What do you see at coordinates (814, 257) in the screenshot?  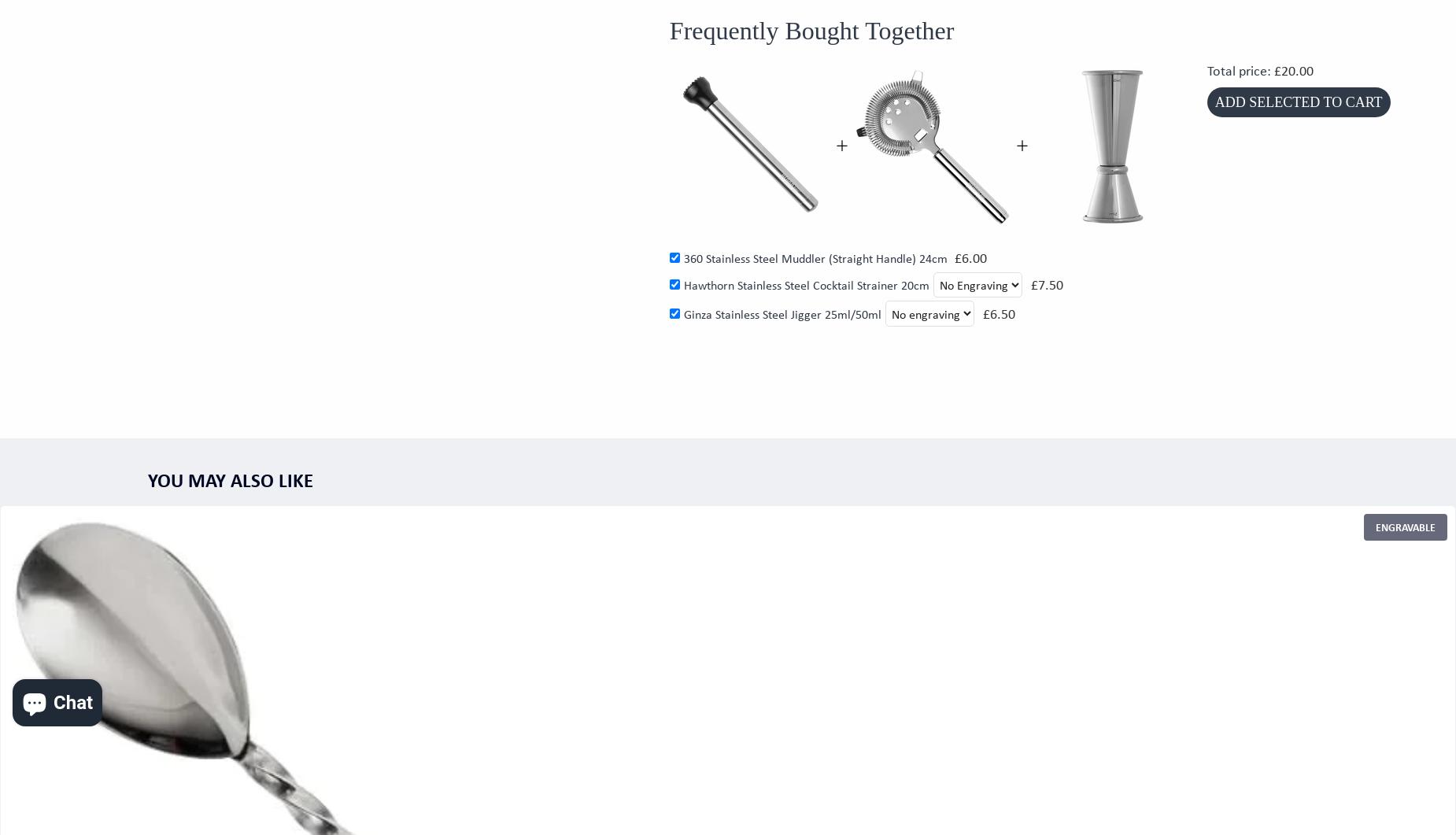 I see `'360 Stainless Steel Muddler (Straight Handle) 24cm'` at bounding box center [814, 257].